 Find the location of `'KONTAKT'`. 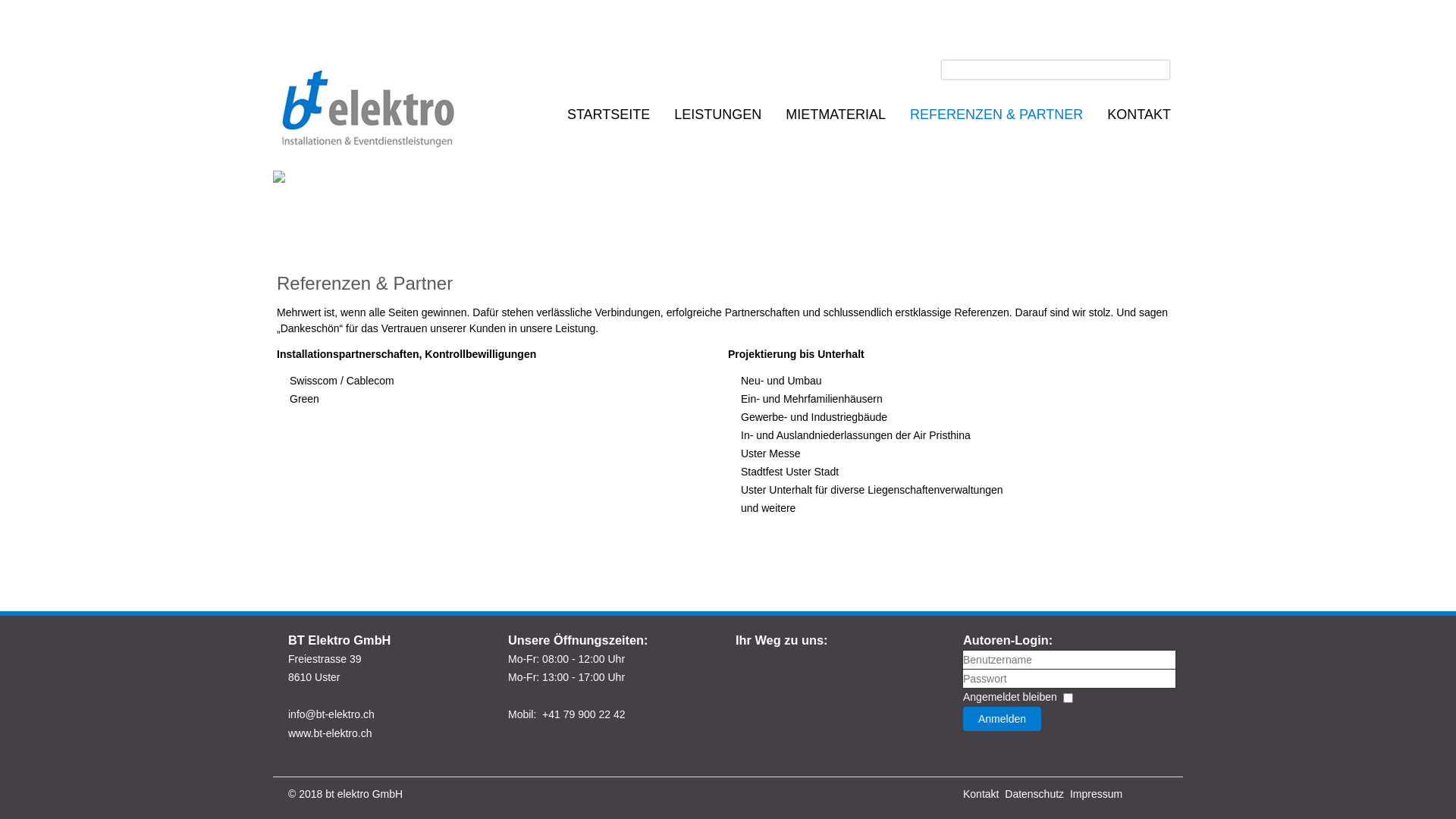

'KONTAKT' is located at coordinates (1139, 113).